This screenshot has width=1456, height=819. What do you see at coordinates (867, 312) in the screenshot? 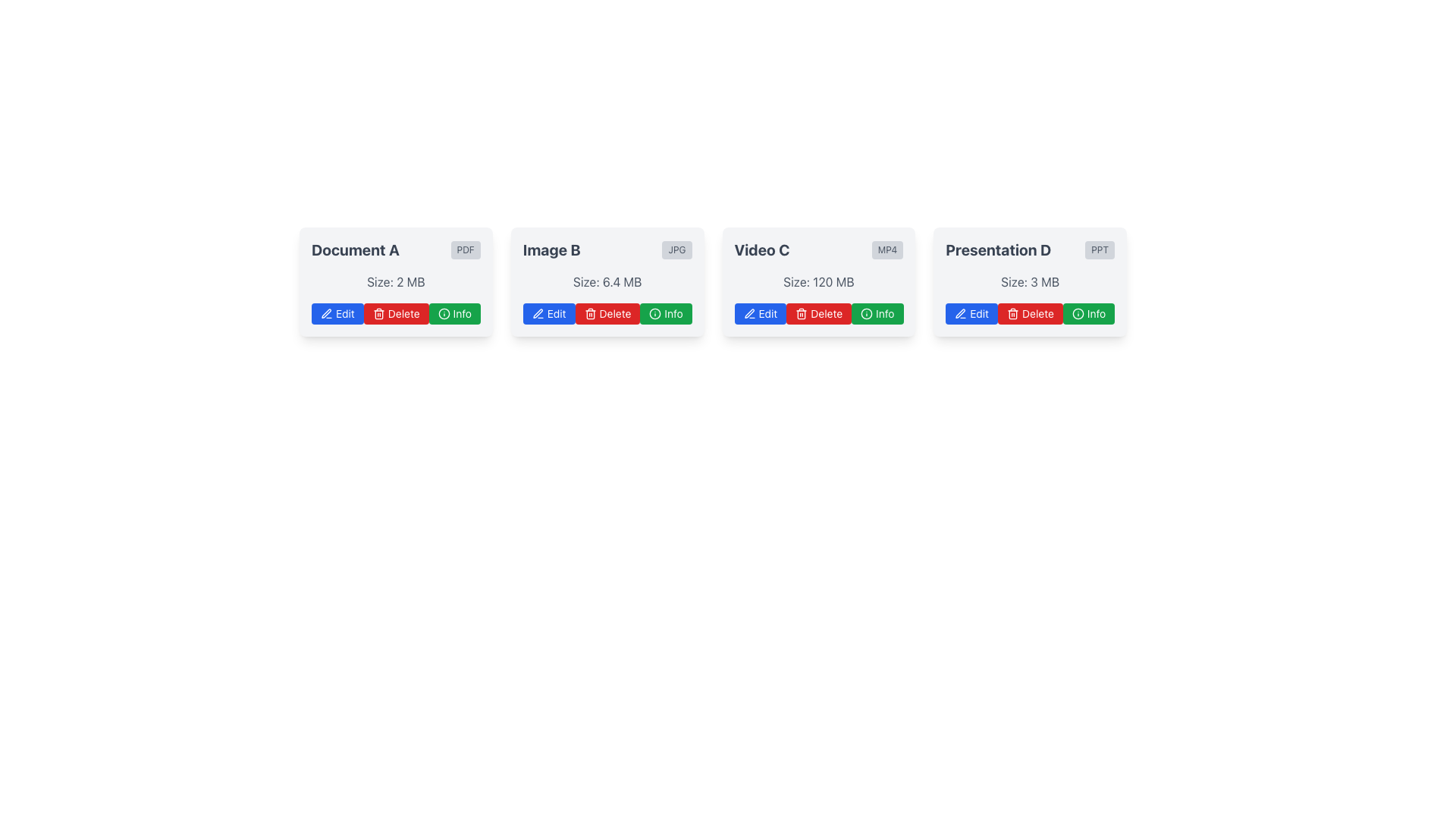
I see `the information icon within the 'Info' button located in the bottom right corner of the third card in a row of four cards` at bounding box center [867, 312].